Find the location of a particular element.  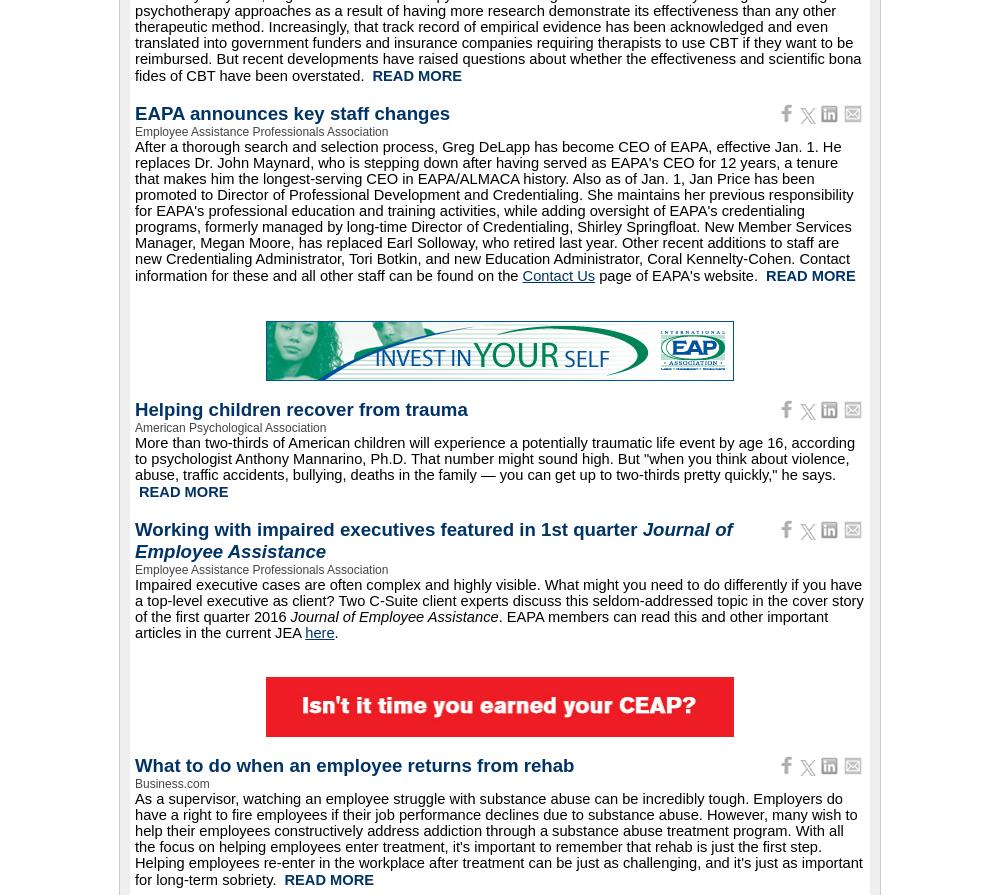

'After a thorough search and selection process, Greg DeLapp has become CEO of EAPA, effective Jan. 1.  He replaces Dr. John Maynard, who is stepping down after having served as EAPA's CEO for 12 years, a tenure that makes him the longest-serving CEO in EAPA/ALMACA history.  Also as of Jan. 1, Jan Price has been promoted to Director of Professional Development and Credentialing.  She maintains her previous responsibility for EAPA's professional education and training activities, while adding oversight of EAPA's credentialing programs, formerly managed by long-time Director of Credentialing, Shirley Springfloat.  New Member Services Manager, Megan Moore, has replaced Earl Solloway, who retired last year.  Other recent additions to staff are new Credentialing Administrator, Tori Botkin, and new Education Administrator, Coral Kennelty-Cohen.  Contact information for these and all other staff can be found on the' is located at coordinates (493, 211).